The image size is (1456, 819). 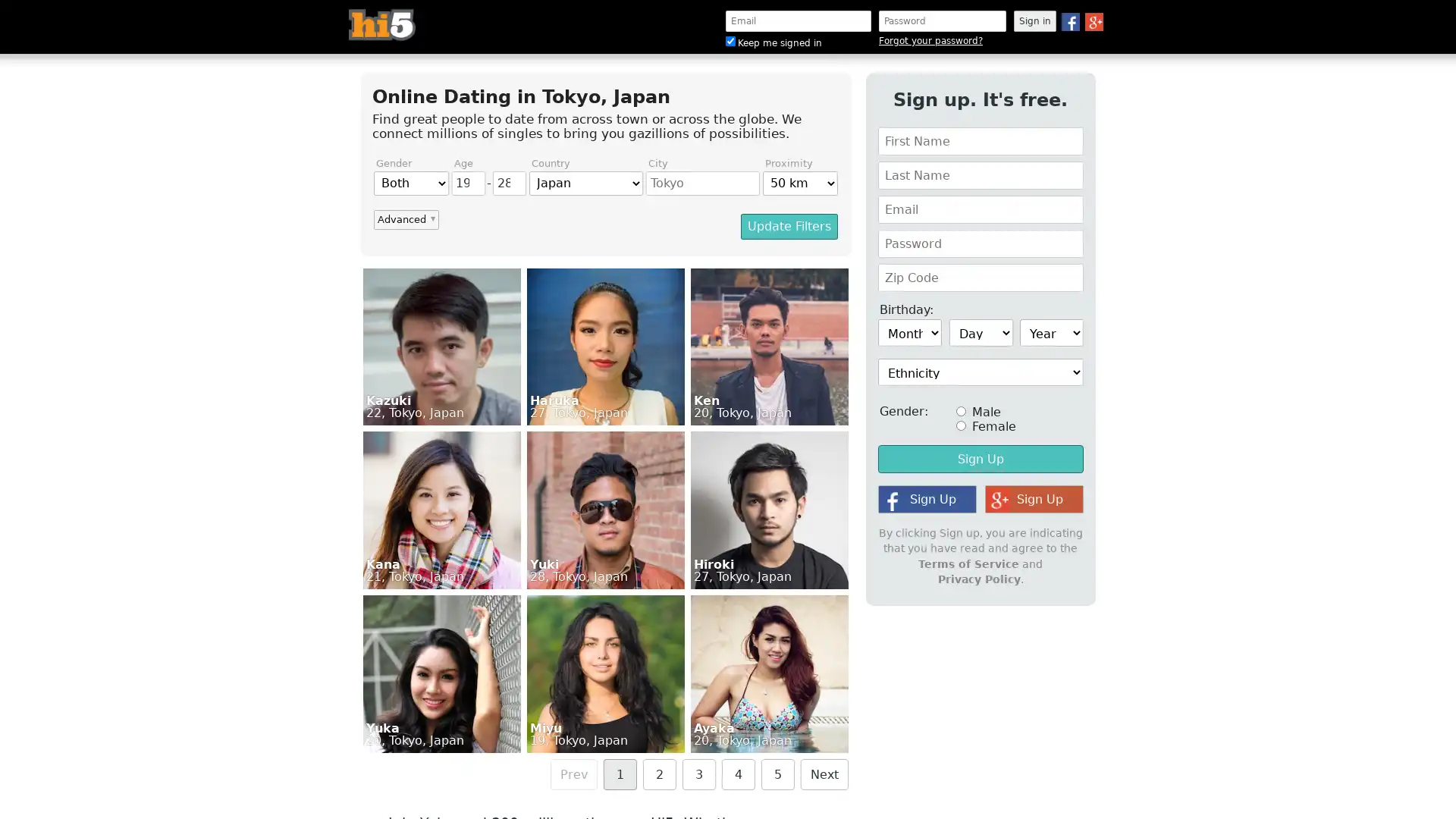 What do you see at coordinates (1033, 499) in the screenshot?
I see `Sign Up` at bounding box center [1033, 499].